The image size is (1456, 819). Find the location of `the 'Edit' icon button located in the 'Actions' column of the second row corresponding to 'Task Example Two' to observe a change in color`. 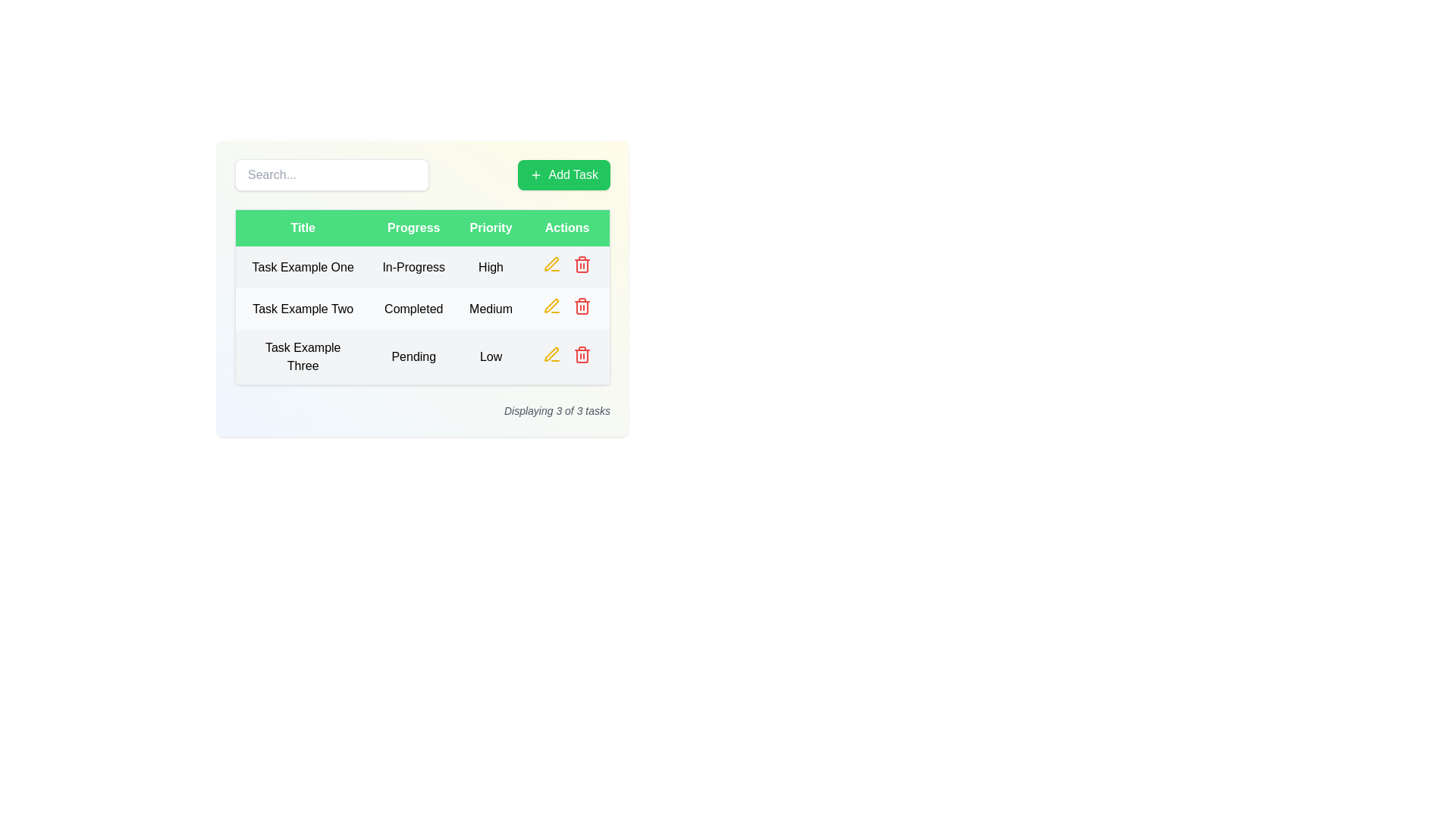

the 'Edit' icon button located in the 'Actions' column of the second row corresponding to 'Task Example Two' to observe a change in color is located at coordinates (551, 306).